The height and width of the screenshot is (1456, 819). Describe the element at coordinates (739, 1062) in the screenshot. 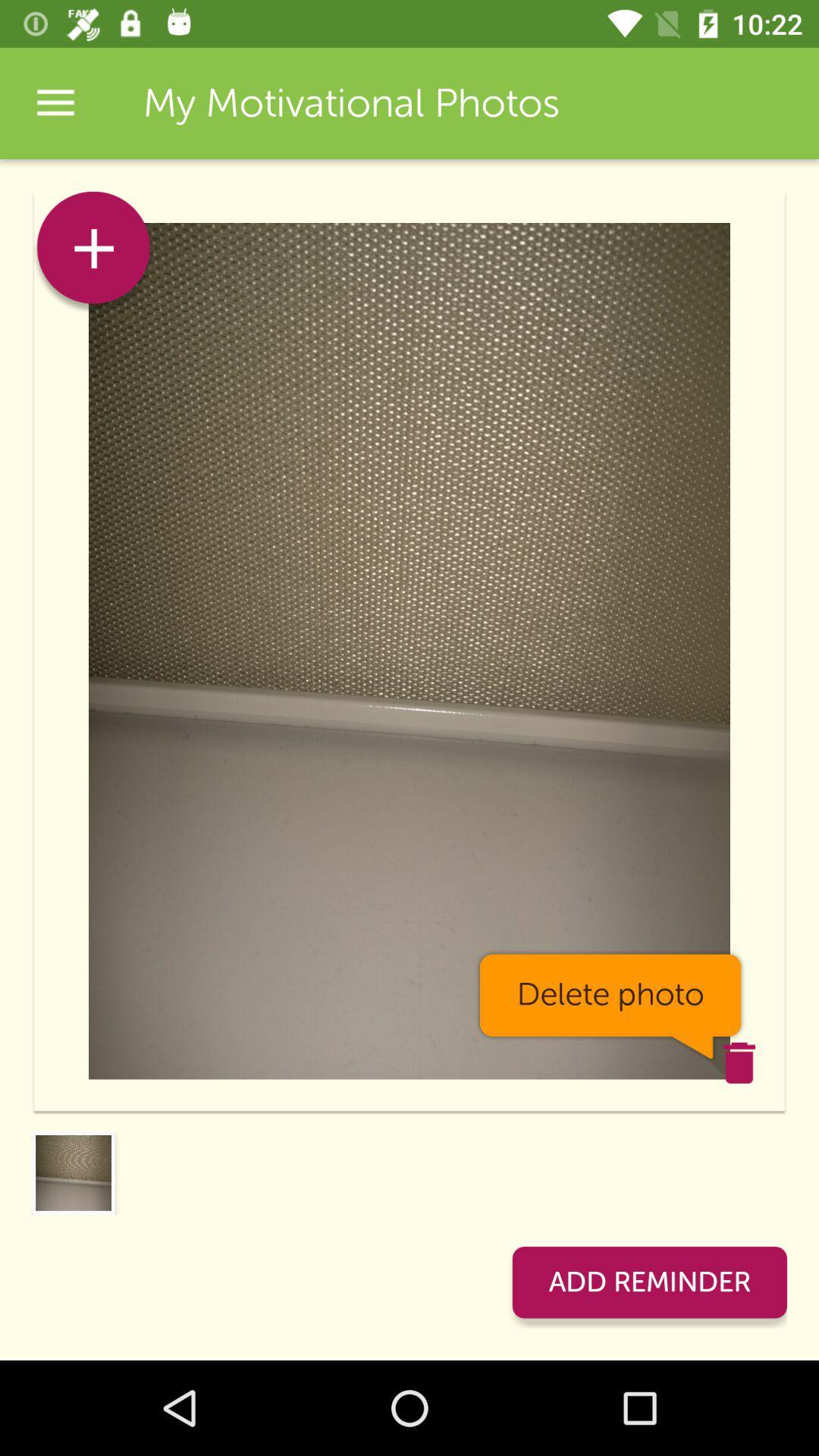

I see `the delete icon` at that location.